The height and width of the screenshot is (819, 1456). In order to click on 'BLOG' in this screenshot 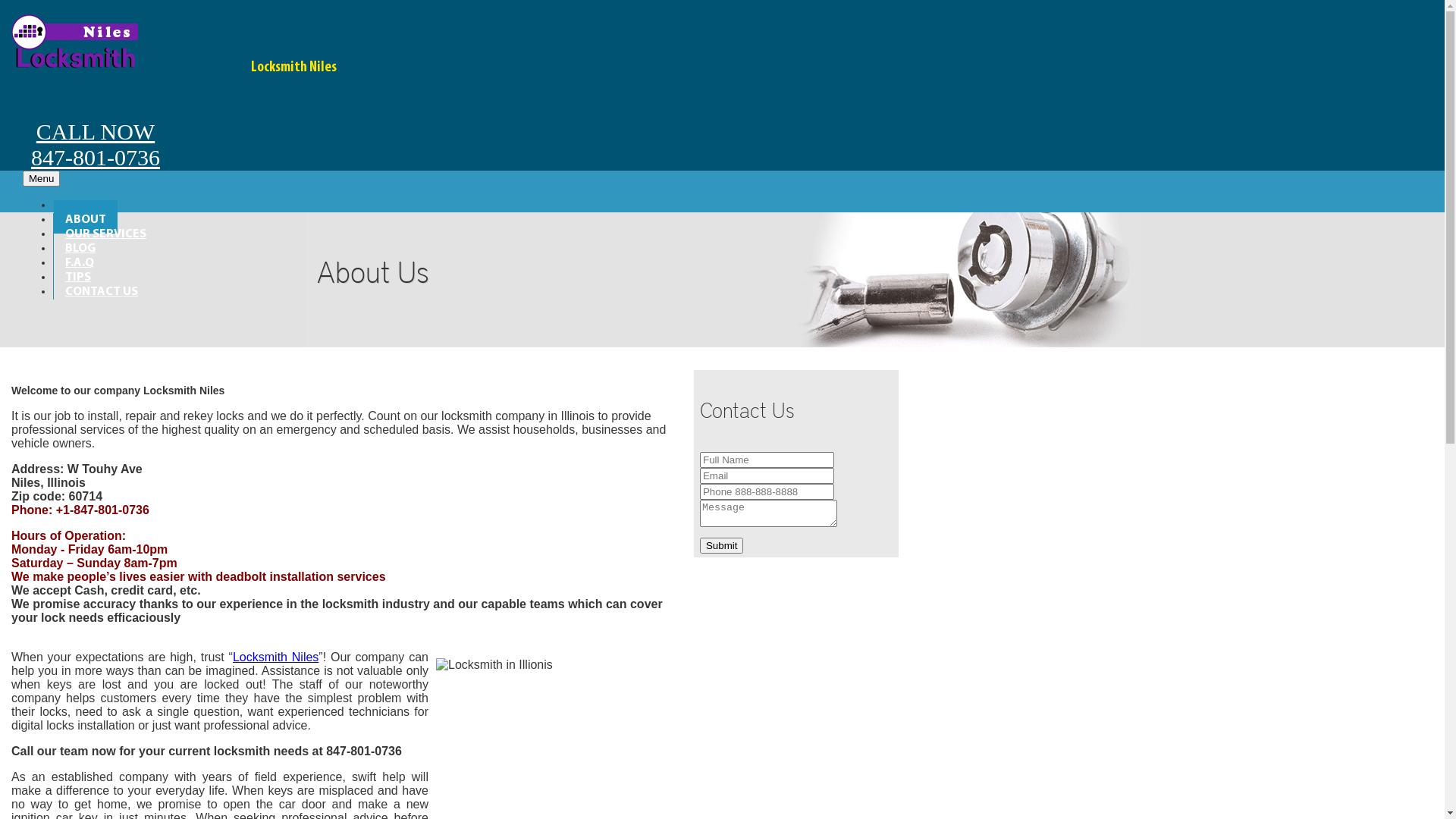, I will do `click(79, 245)`.